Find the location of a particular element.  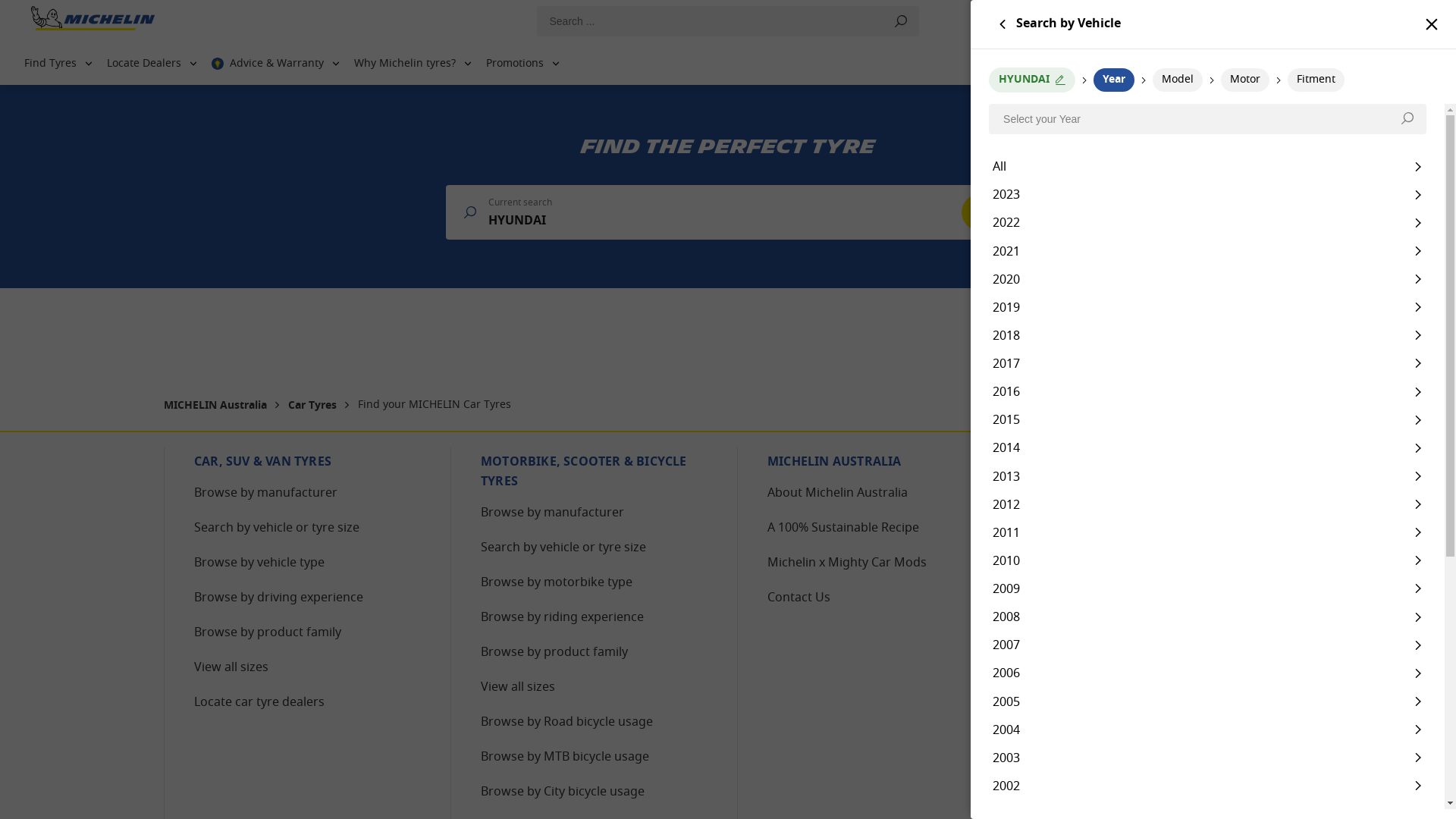

'2020' is located at coordinates (1207, 279).